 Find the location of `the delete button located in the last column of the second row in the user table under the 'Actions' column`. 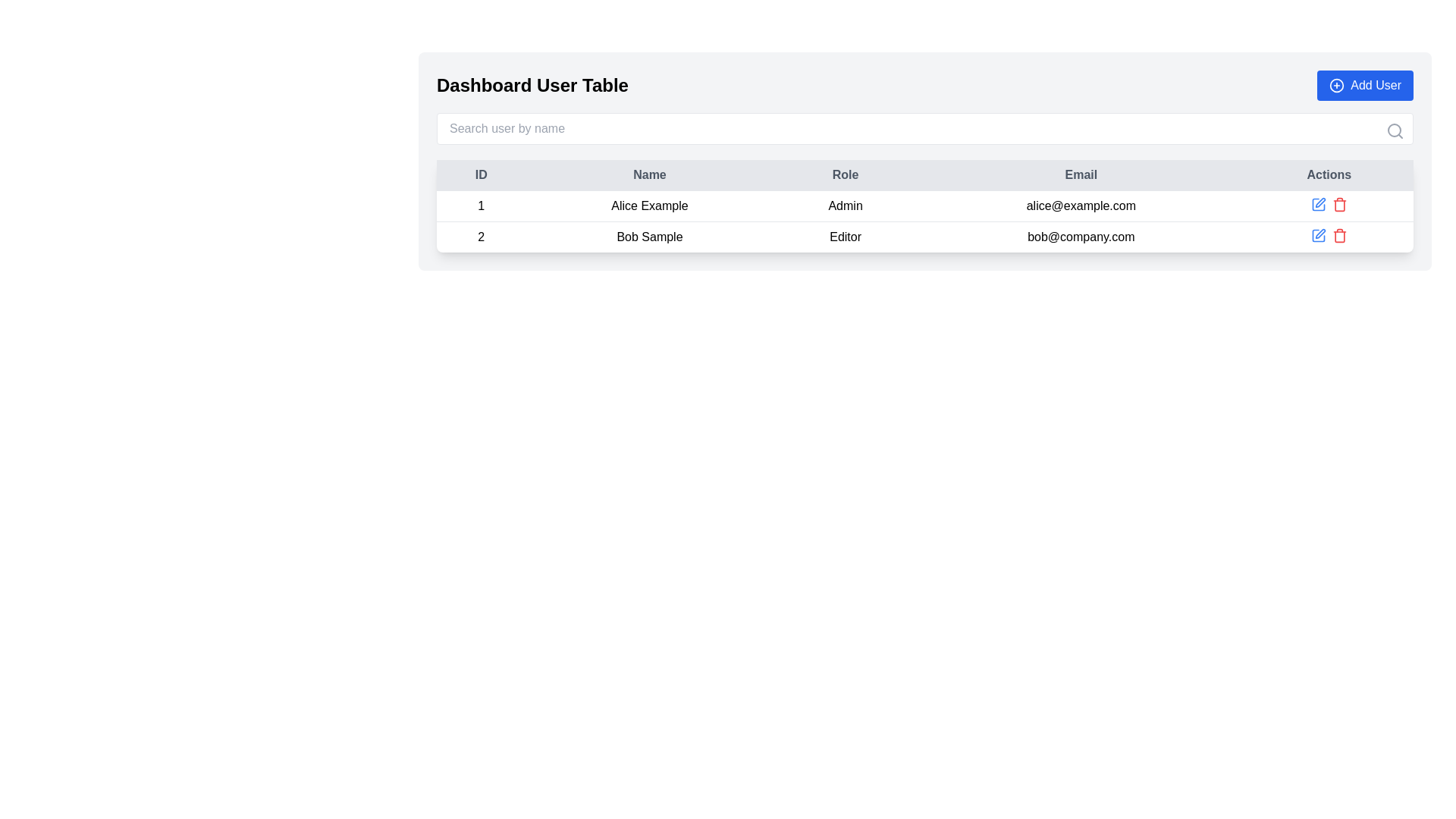

the delete button located in the last column of the second row in the user table under the 'Actions' column is located at coordinates (1339, 236).